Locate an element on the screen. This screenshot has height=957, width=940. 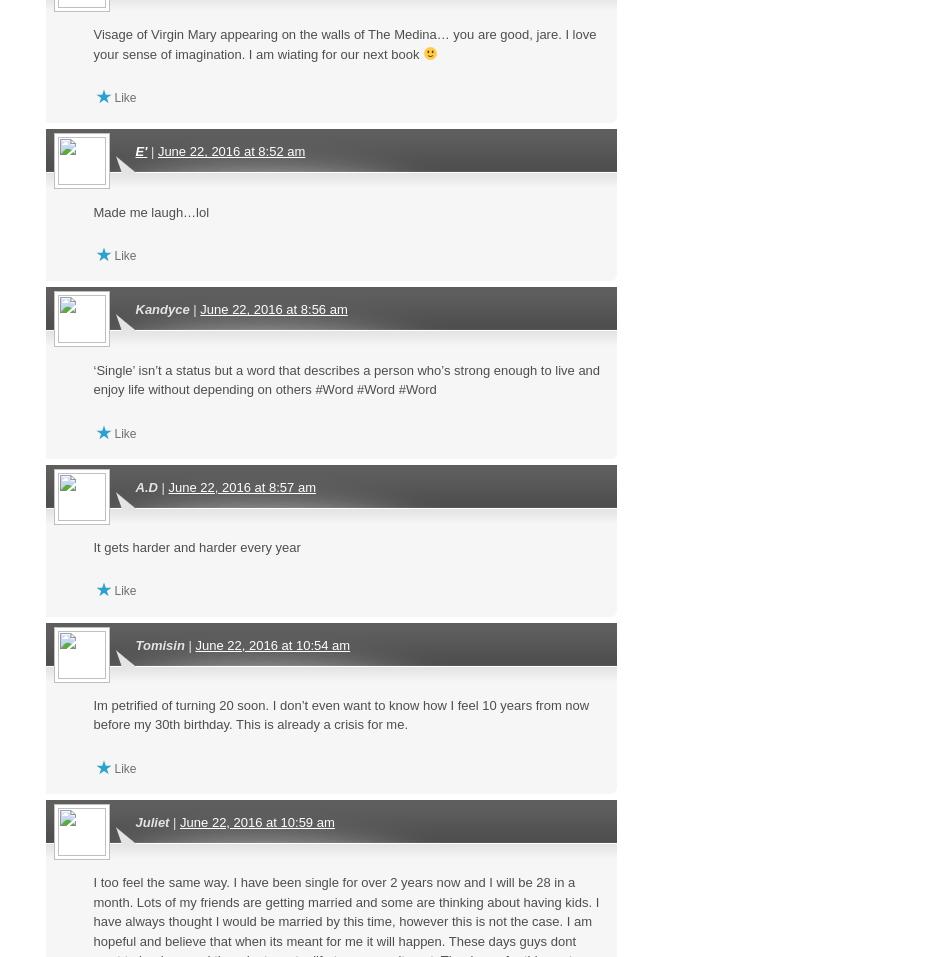
'June 22, 2016 at 10:59 am' is located at coordinates (256, 820).